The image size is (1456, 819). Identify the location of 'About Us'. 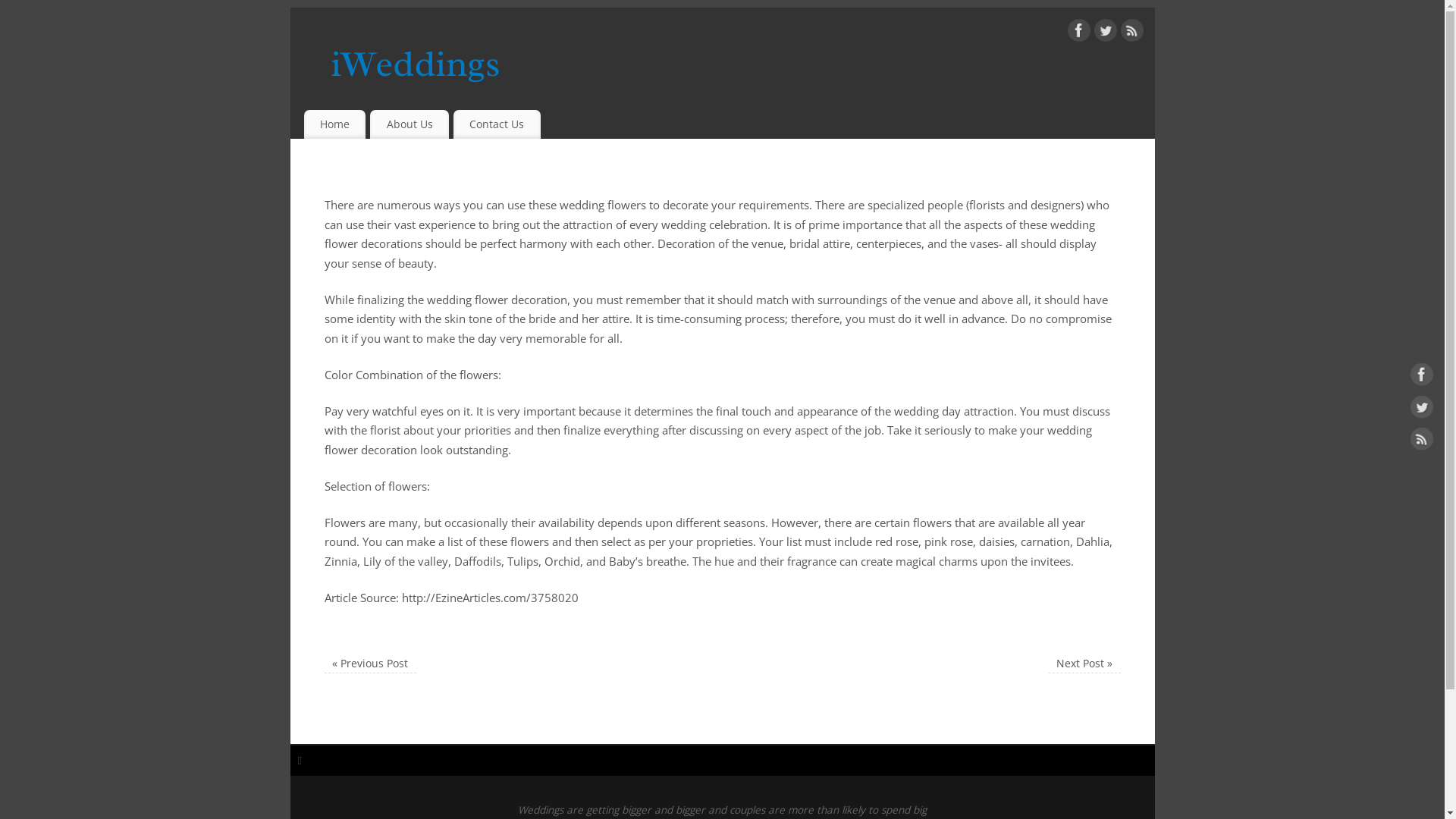
(370, 124).